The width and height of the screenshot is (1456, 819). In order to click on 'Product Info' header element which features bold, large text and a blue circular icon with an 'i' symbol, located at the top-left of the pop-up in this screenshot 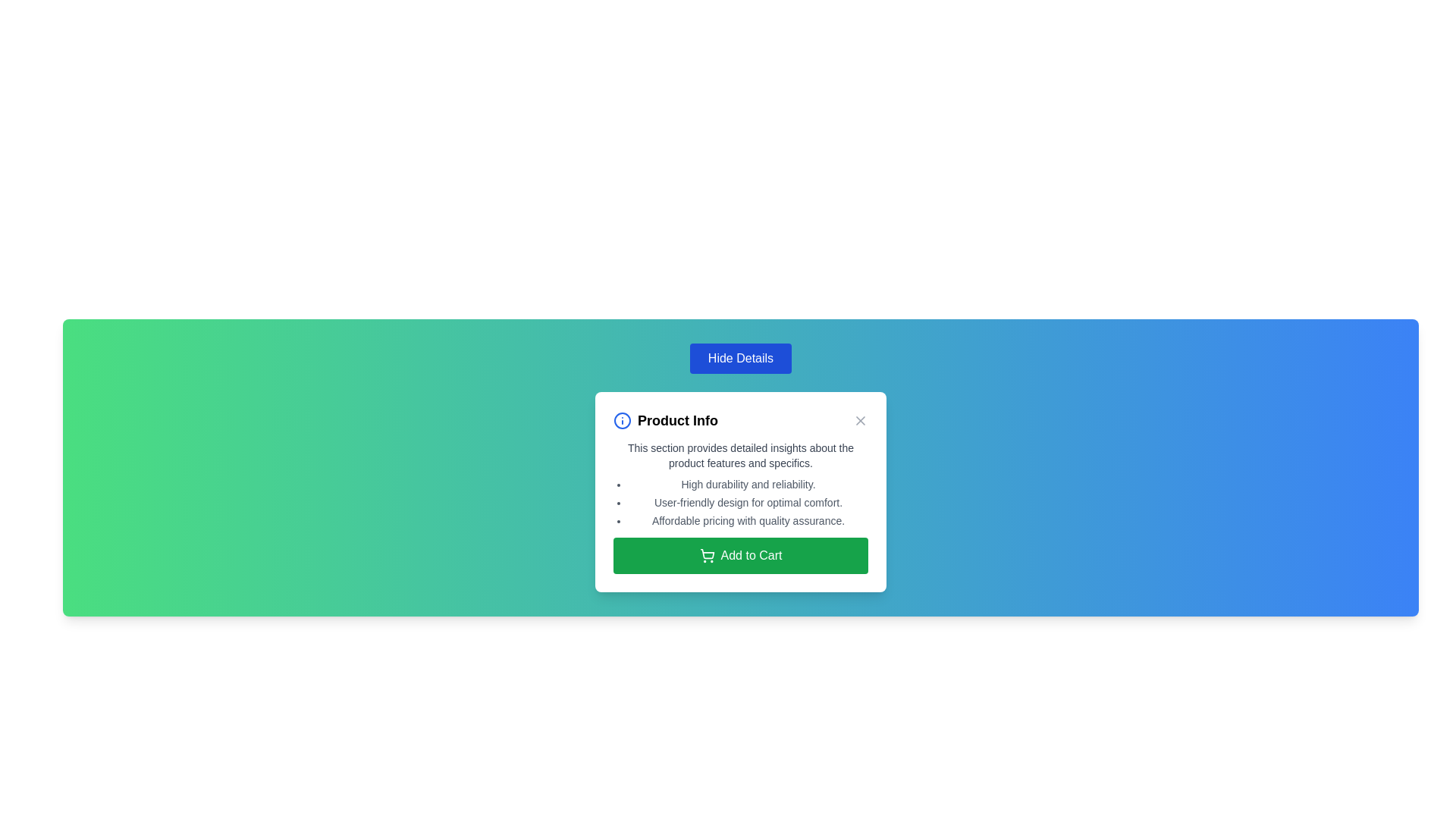, I will do `click(666, 421)`.